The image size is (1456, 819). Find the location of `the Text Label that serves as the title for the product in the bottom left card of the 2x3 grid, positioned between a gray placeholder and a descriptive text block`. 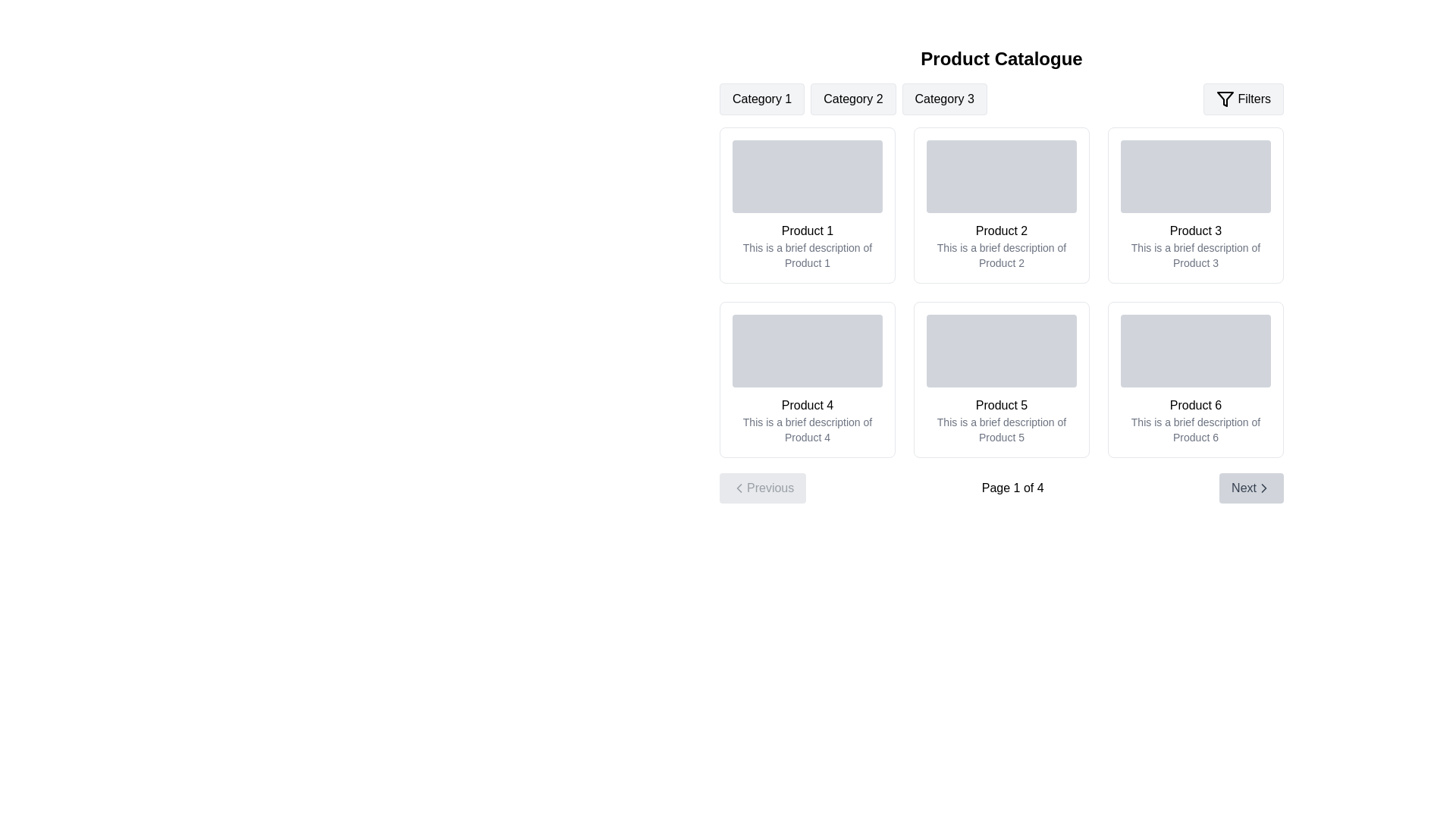

the Text Label that serves as the title for the product in the bottom left card of the 2x3 grid, positioned between a gray placeholder and a descriptive text block is located at coordinates (807, 405).